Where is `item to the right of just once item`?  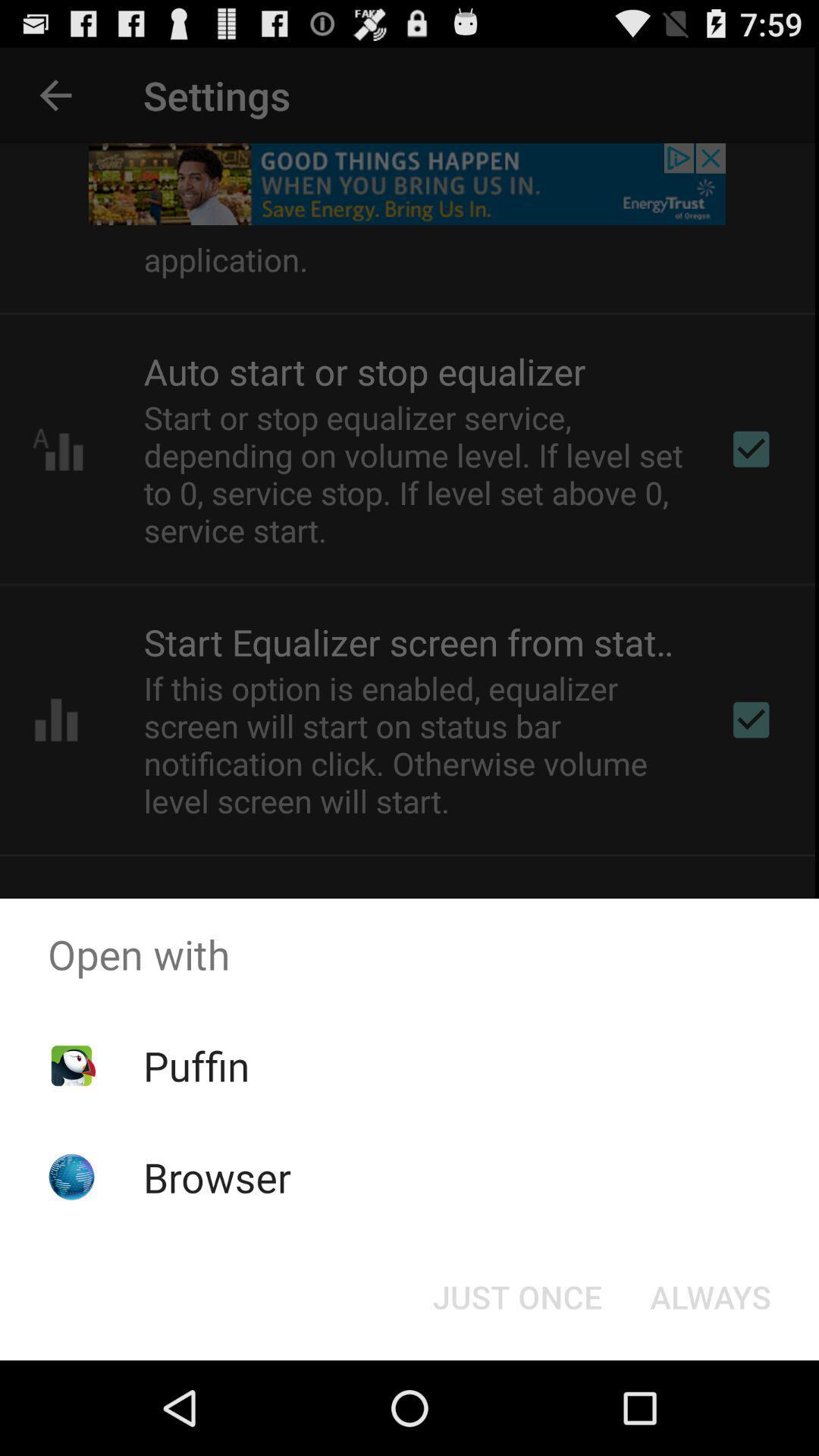
item to the right of just once item is located at coordinates (711, 1295).